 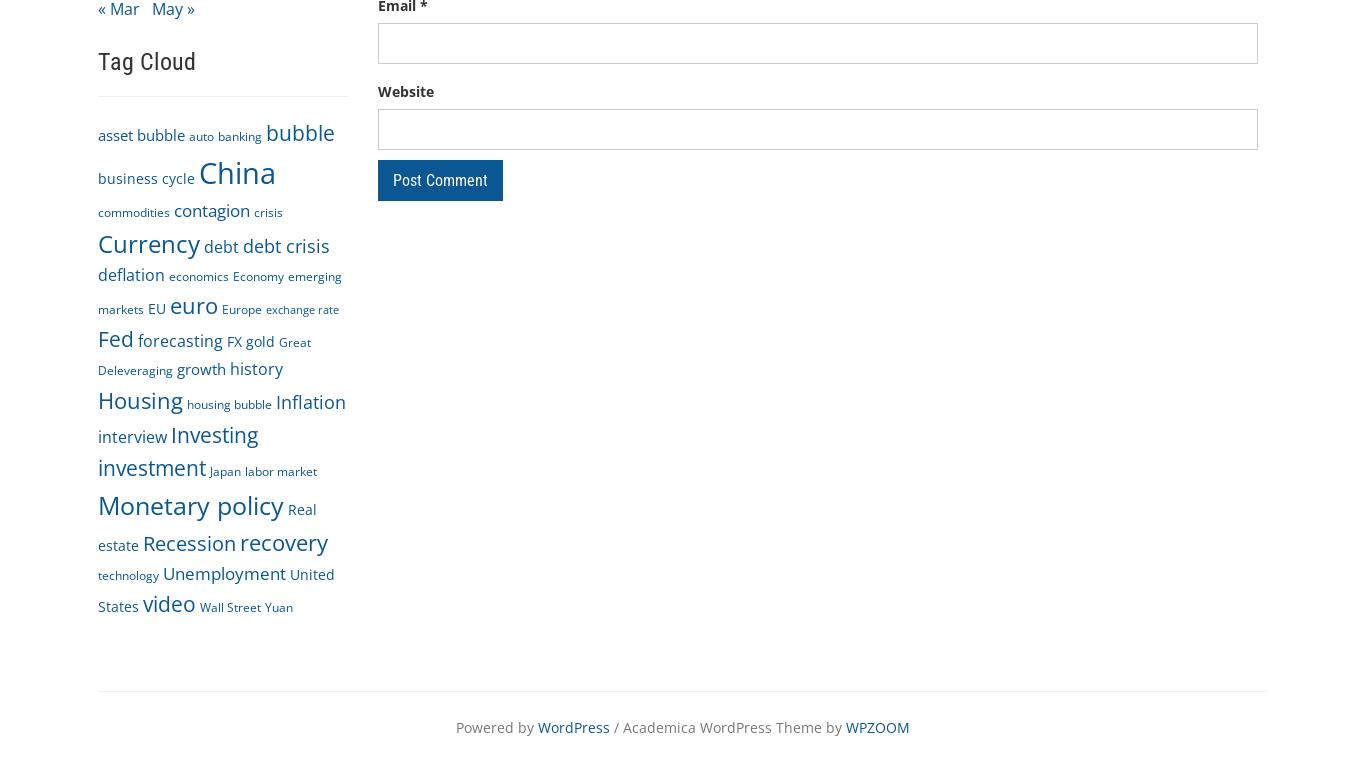 I want to click on 'WPZOOM', so click(x=844, y=726).